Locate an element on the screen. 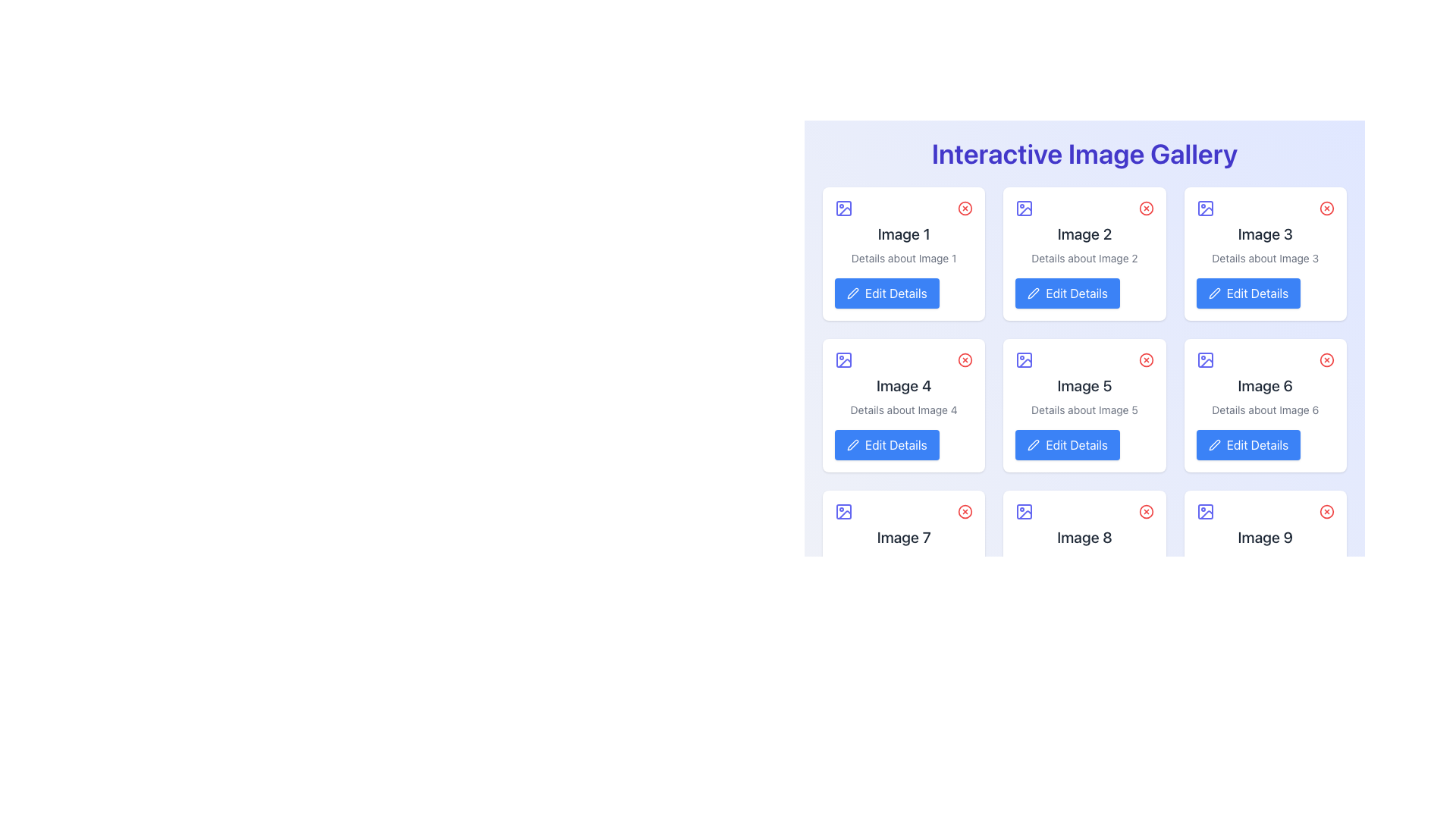 The width and height of the screenshot is (1456, 819). the square with rounded corners inside the photo icon located at the top left of the 'Image 5' card is located at coordinates (1025, 359).